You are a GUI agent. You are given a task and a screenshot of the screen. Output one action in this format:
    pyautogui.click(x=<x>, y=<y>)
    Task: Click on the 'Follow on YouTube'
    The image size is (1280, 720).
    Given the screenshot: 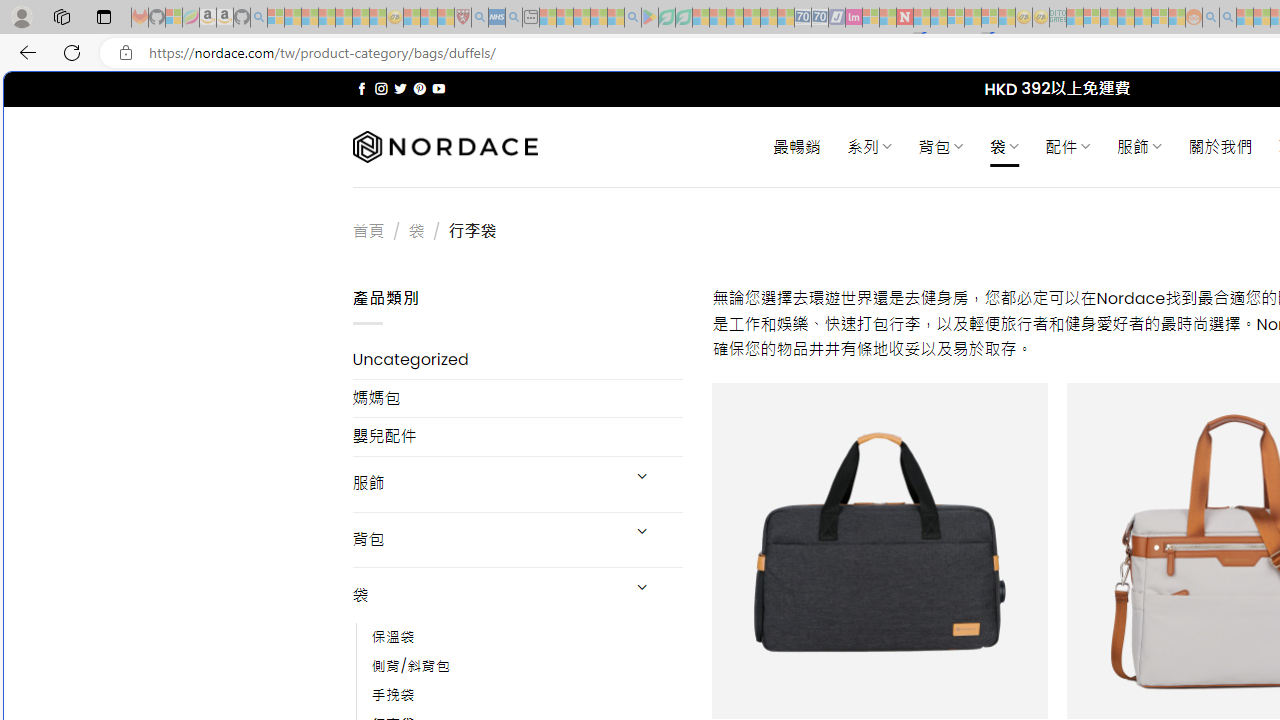 What is the action you would take?
    pyautogui.click(x=438, y=88)
    